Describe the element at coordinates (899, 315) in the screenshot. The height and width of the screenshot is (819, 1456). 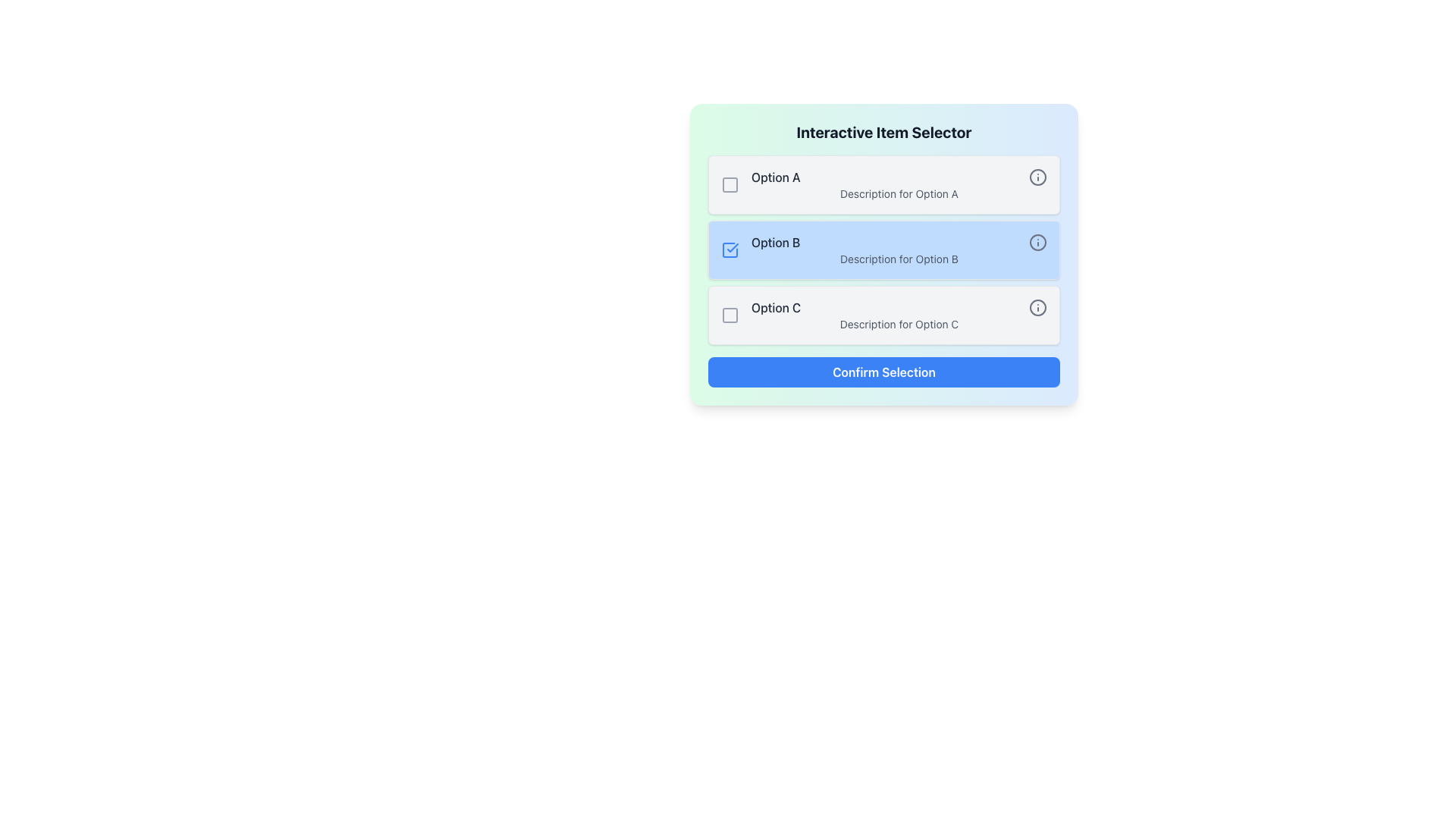
I see `text of the selectable option labeled 'Option C' in the 'Interactive Item Selector' modal` at that location.